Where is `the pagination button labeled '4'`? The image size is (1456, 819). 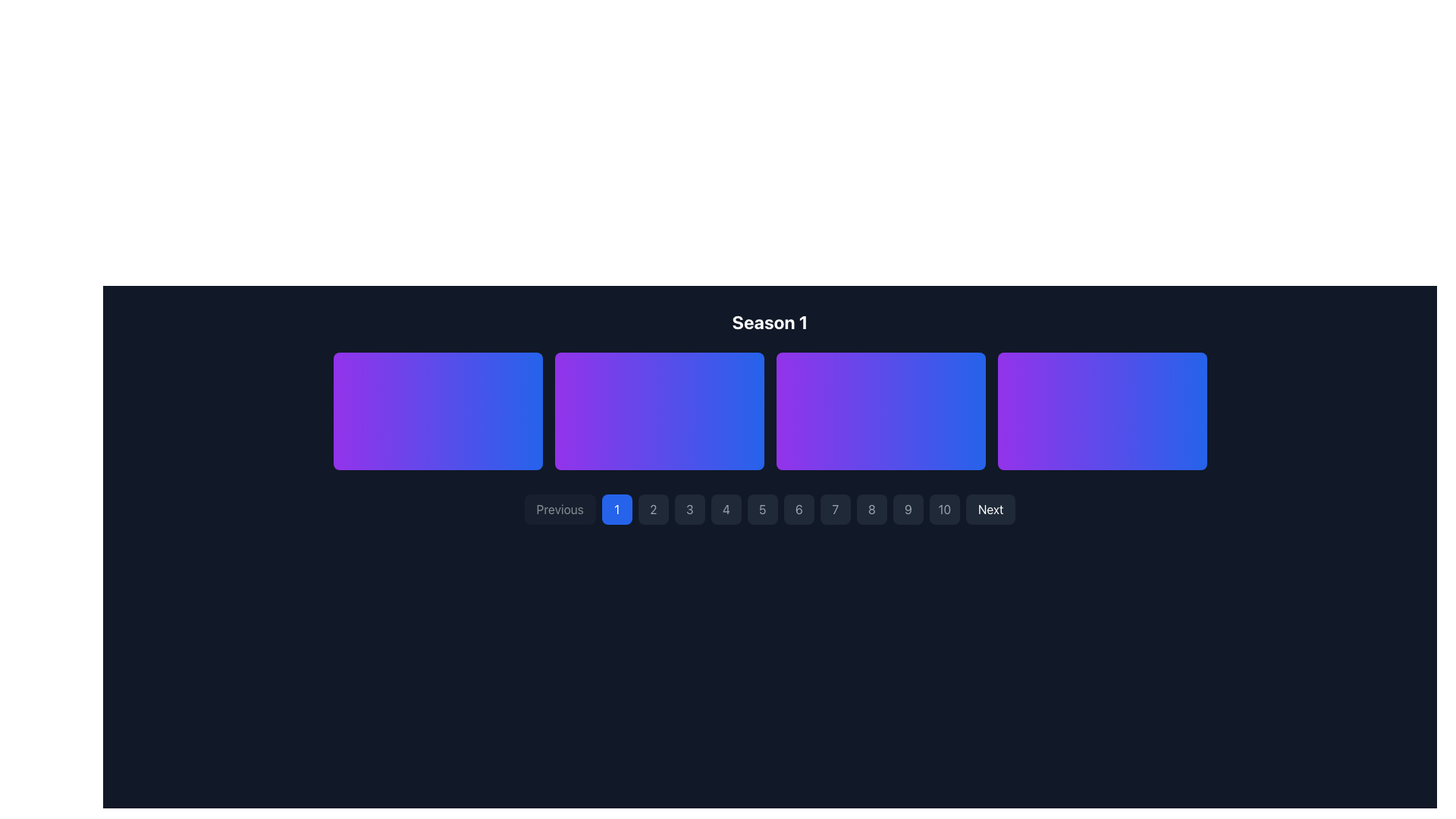
the pagination button labeled '4' is located at coordinates (725, 510).